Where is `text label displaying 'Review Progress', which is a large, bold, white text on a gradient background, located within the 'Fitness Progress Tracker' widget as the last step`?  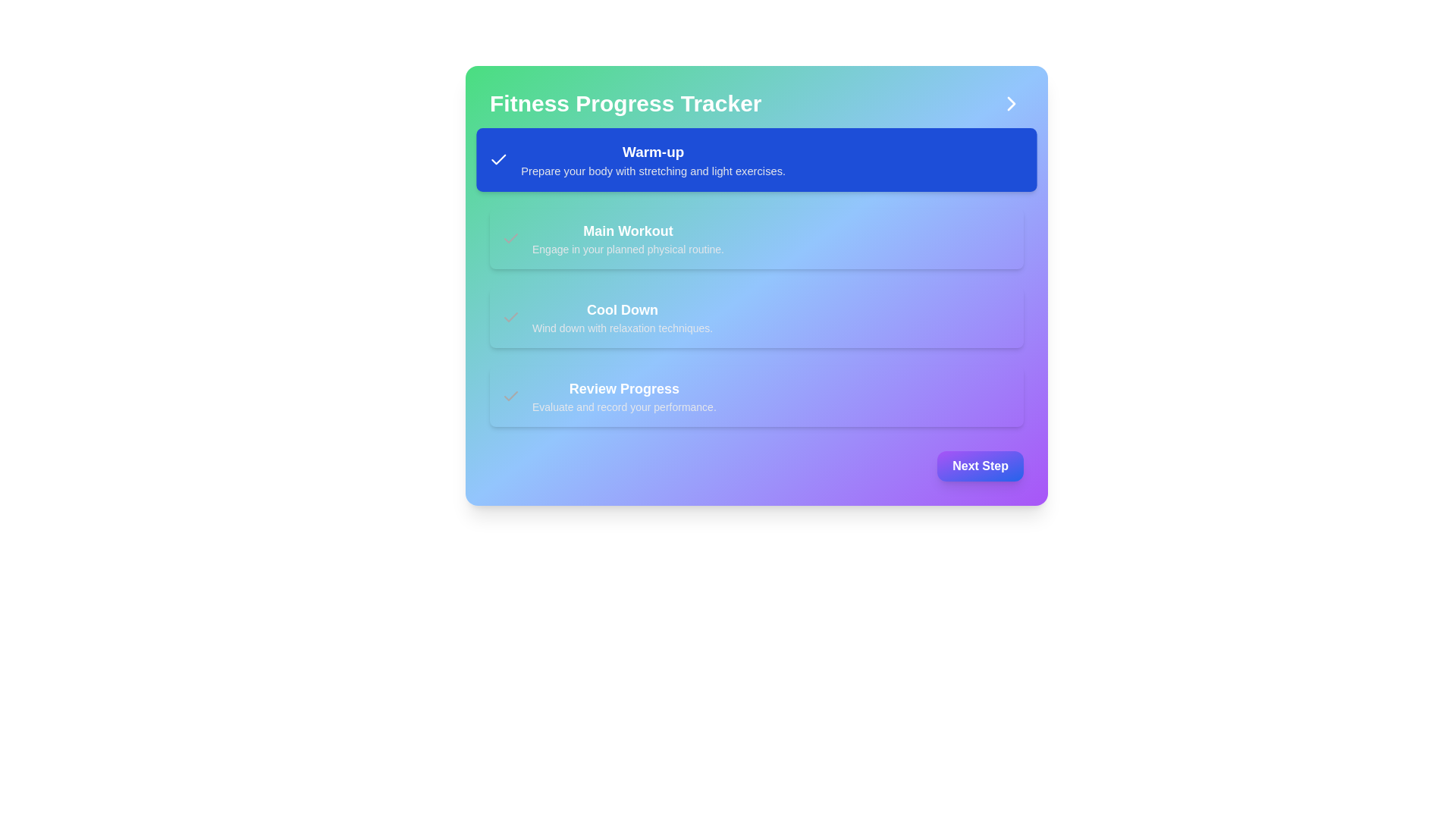
text label displaying 'Review Progress', which is a large, bold, white text on a gradient background, located within the 'Fitness Progress Tracker' widget as the last step is located at coordinates (624, 388).